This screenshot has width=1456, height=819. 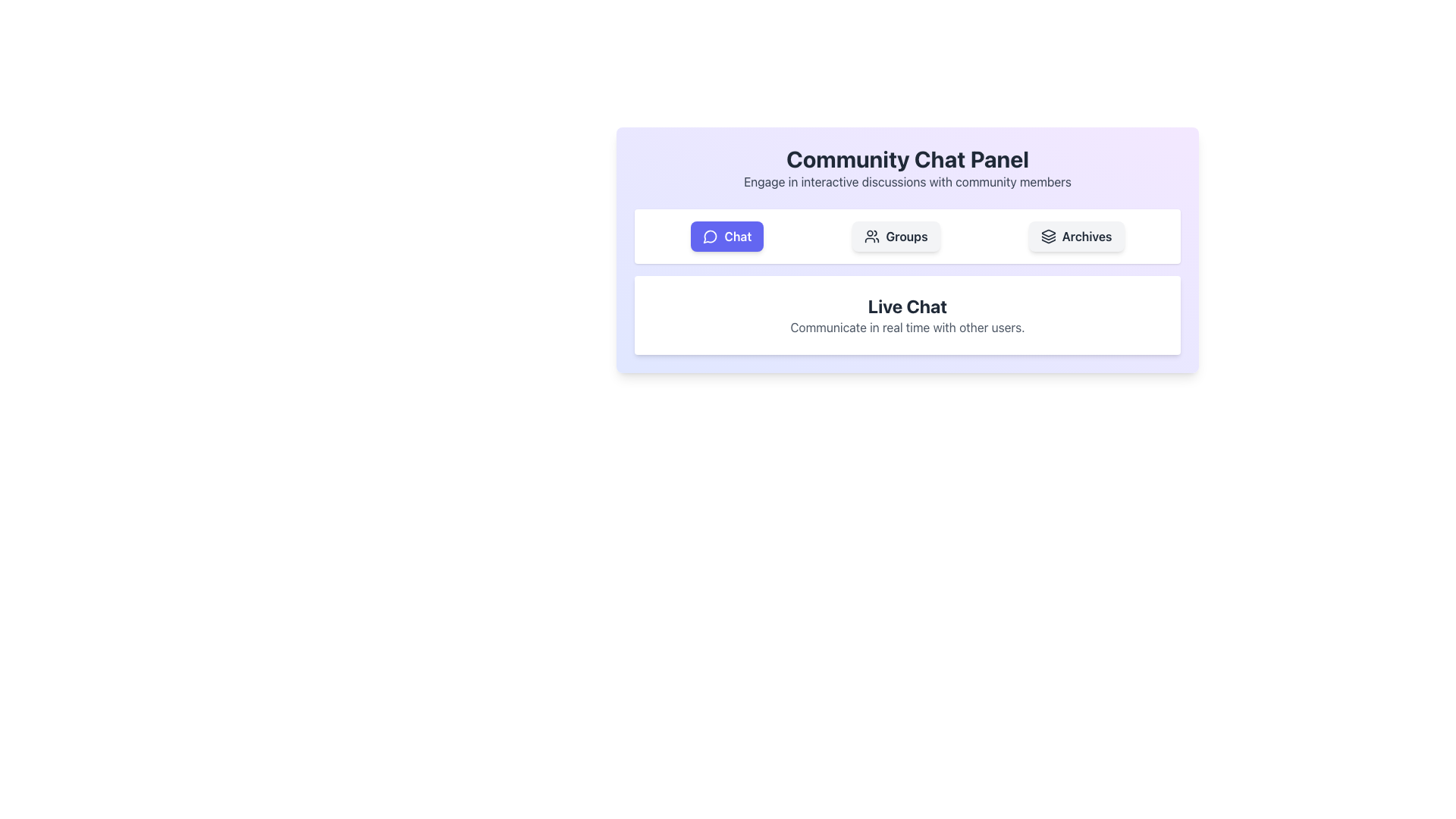 What do you see at coordinates (1047, 238) in the screenshot?
I see `the middle layer of the three-layer stack icon located in the top-right corner of the interface, which symbolizes layers or hierarchical data` at bounding box center [1047, 238].